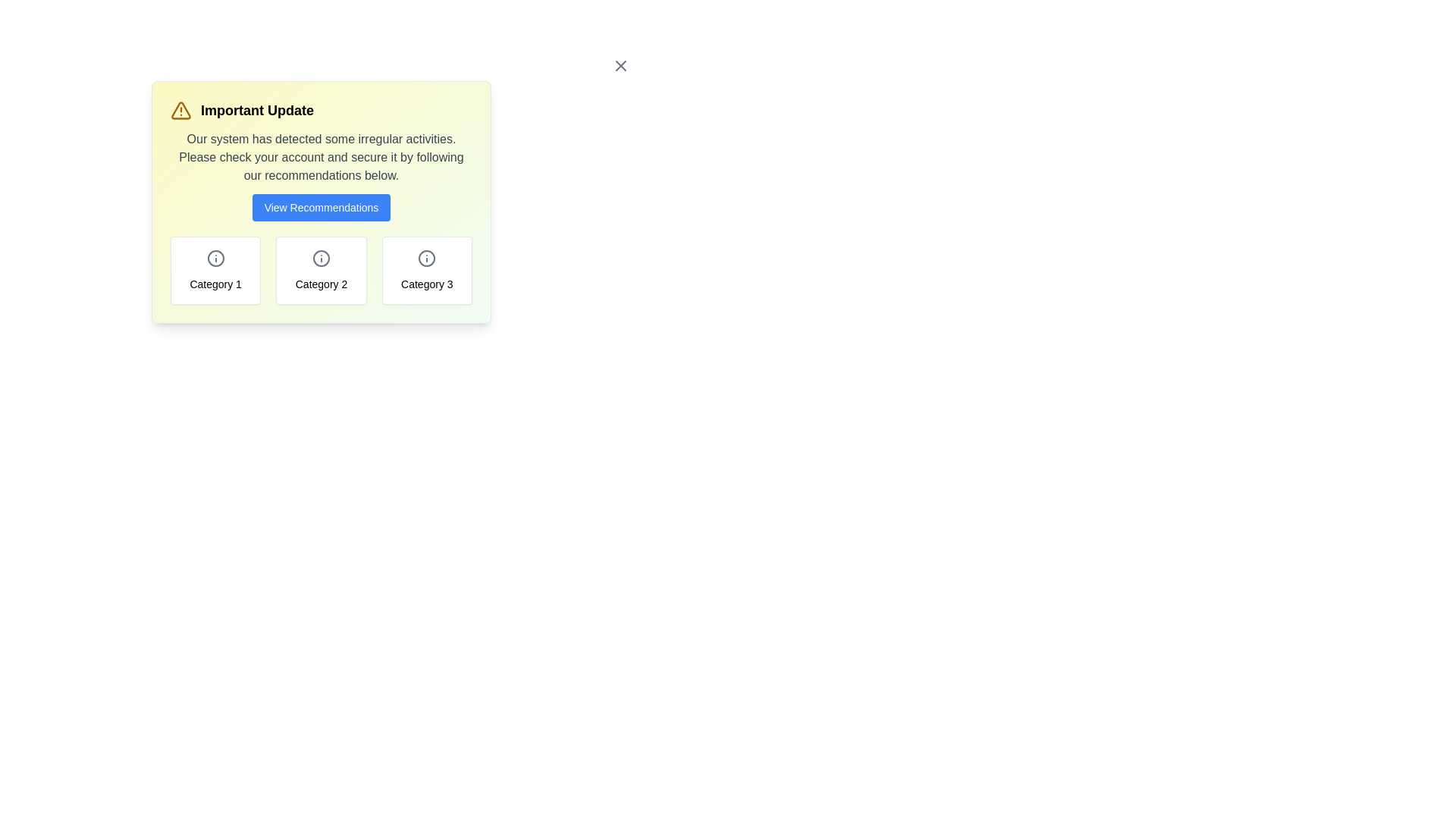 This screenshot has width=1456, height=819. What do you see at coordinates (320, 270) in the screenshot?
I see `the category box labeled Category 2` at bounding box center [320, 270].